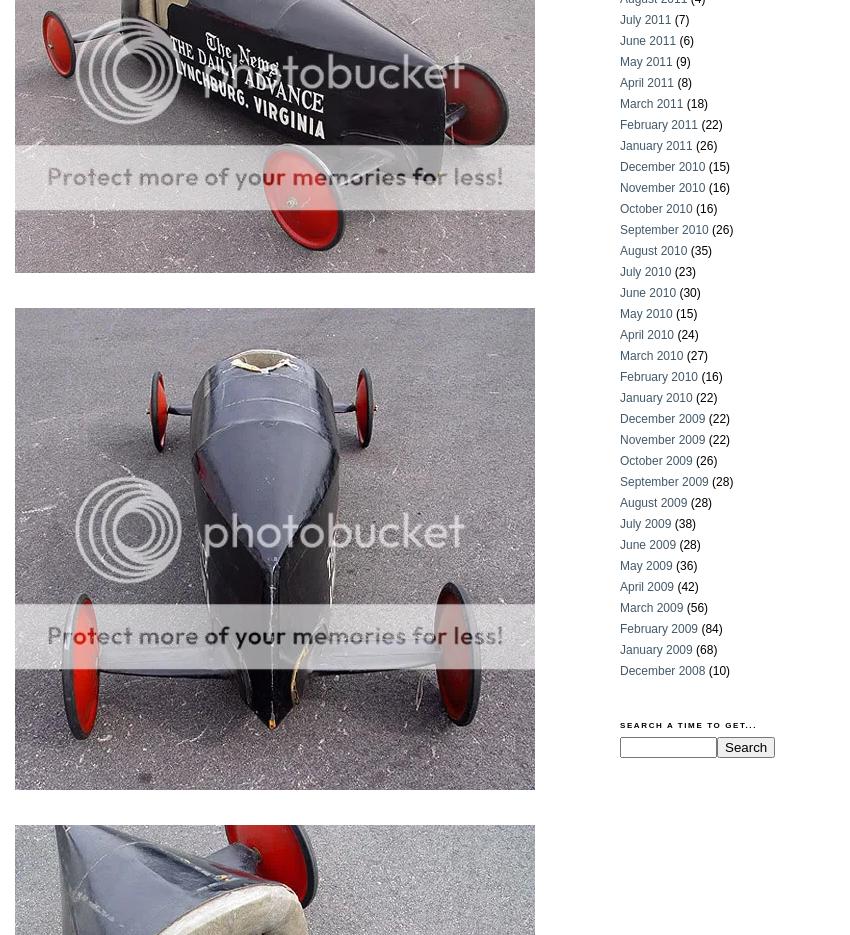  I want to click on 'October 2009', so click(656, 459).